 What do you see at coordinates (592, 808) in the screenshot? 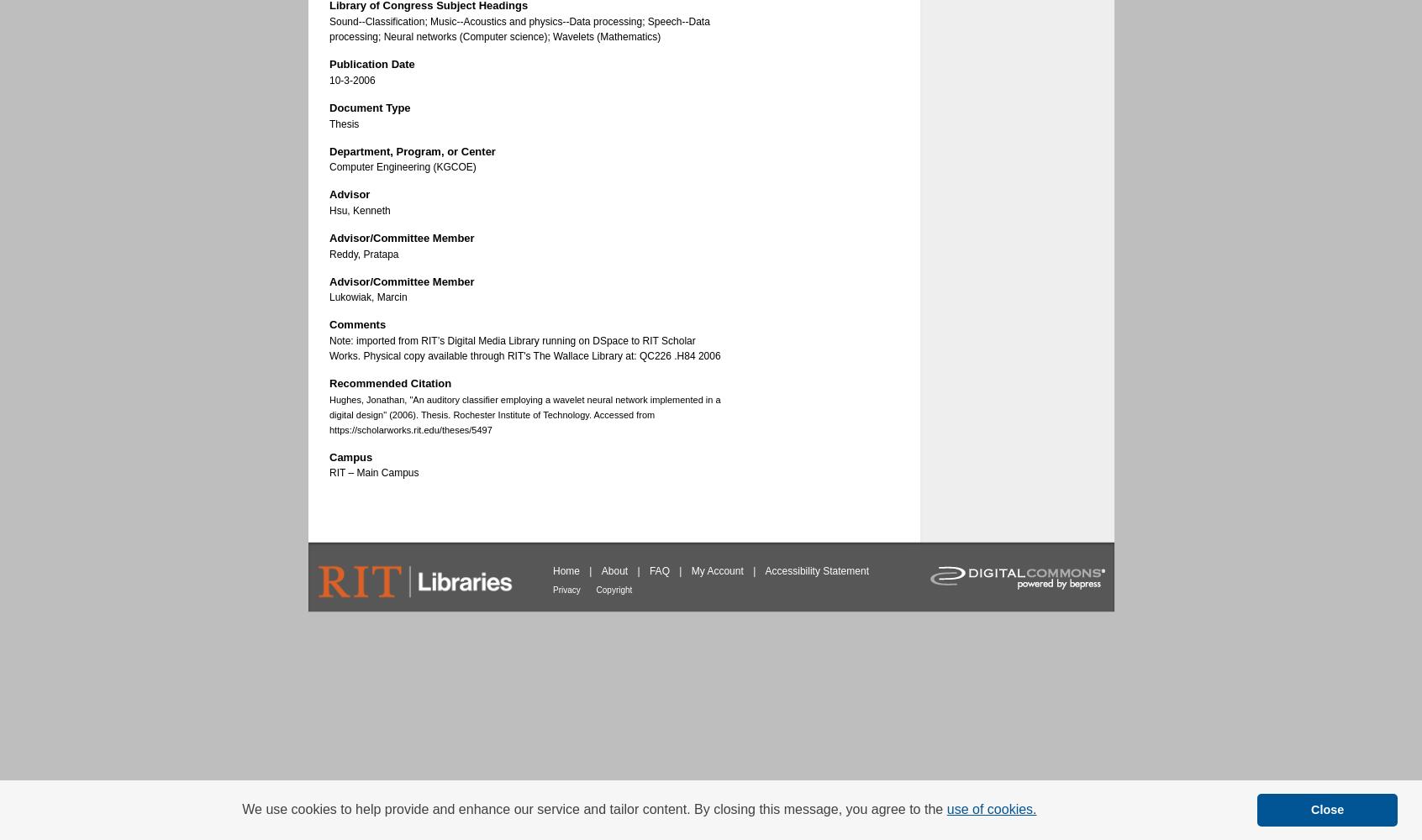
I see `'We use cookies to help provide and enhance our service and tailor content. By closing this message, you agree to the'` at bounding box center [592, 808].